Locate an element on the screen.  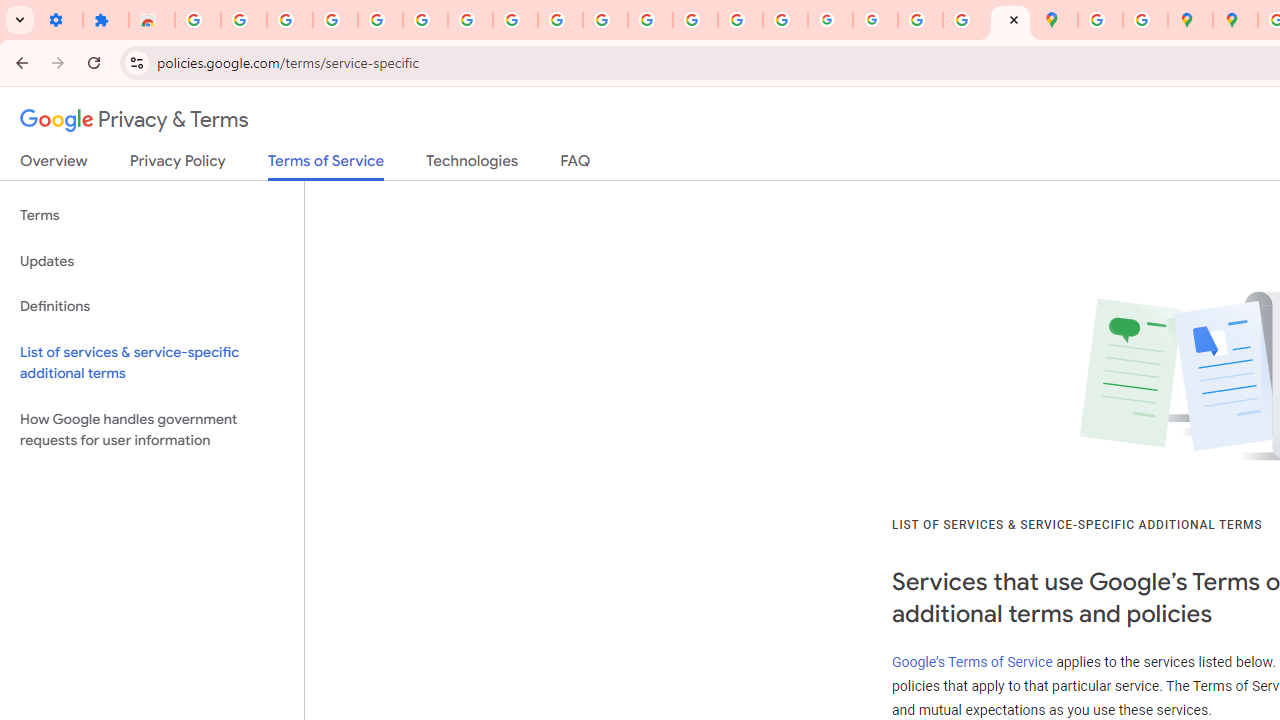
'Reviews: Helix Fruit Jump Arcade Game' is located at coordinates (151, 20).